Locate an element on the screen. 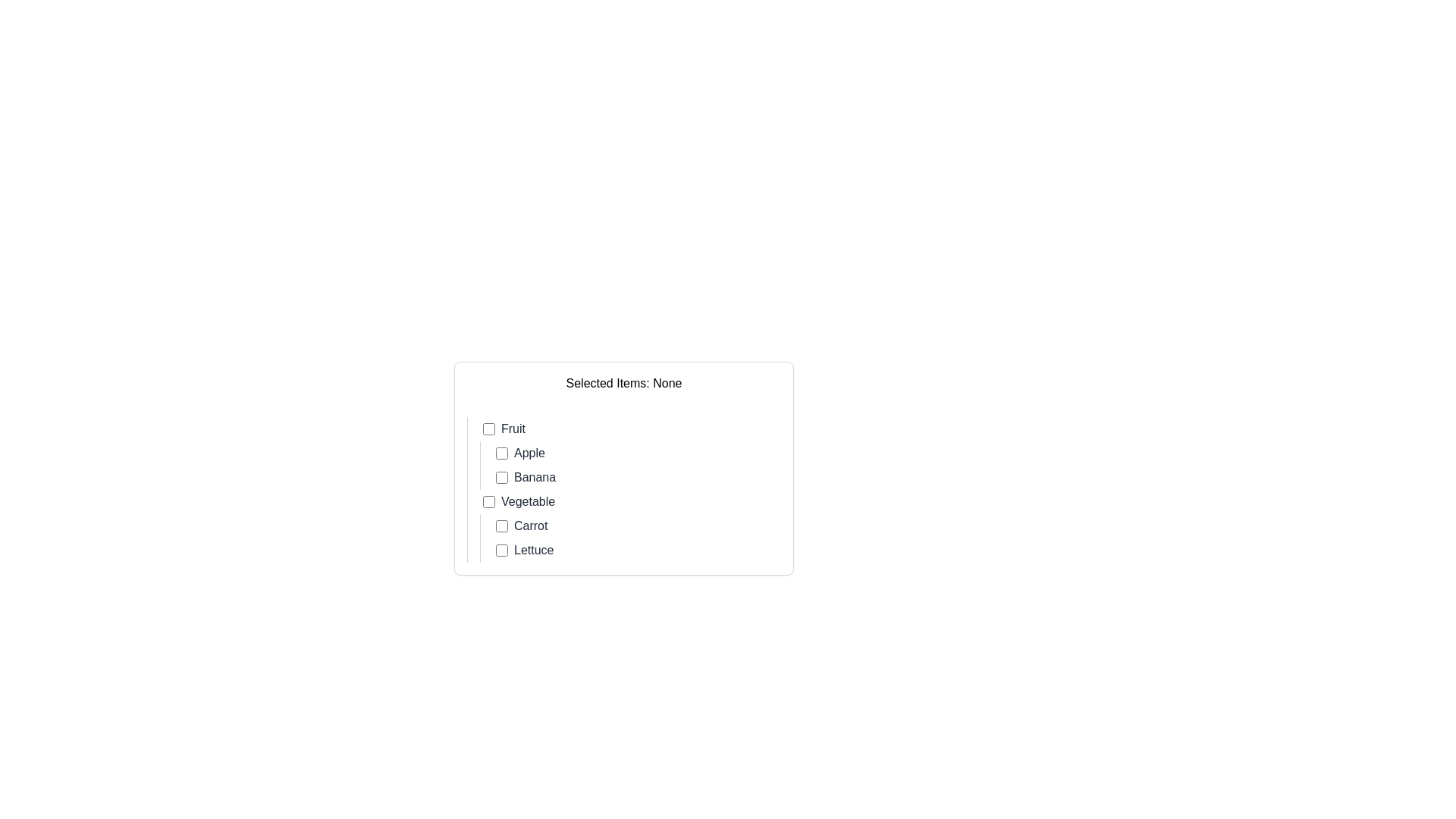  the 'Vegetable' category checkbox is located at coordinates (630, 502).